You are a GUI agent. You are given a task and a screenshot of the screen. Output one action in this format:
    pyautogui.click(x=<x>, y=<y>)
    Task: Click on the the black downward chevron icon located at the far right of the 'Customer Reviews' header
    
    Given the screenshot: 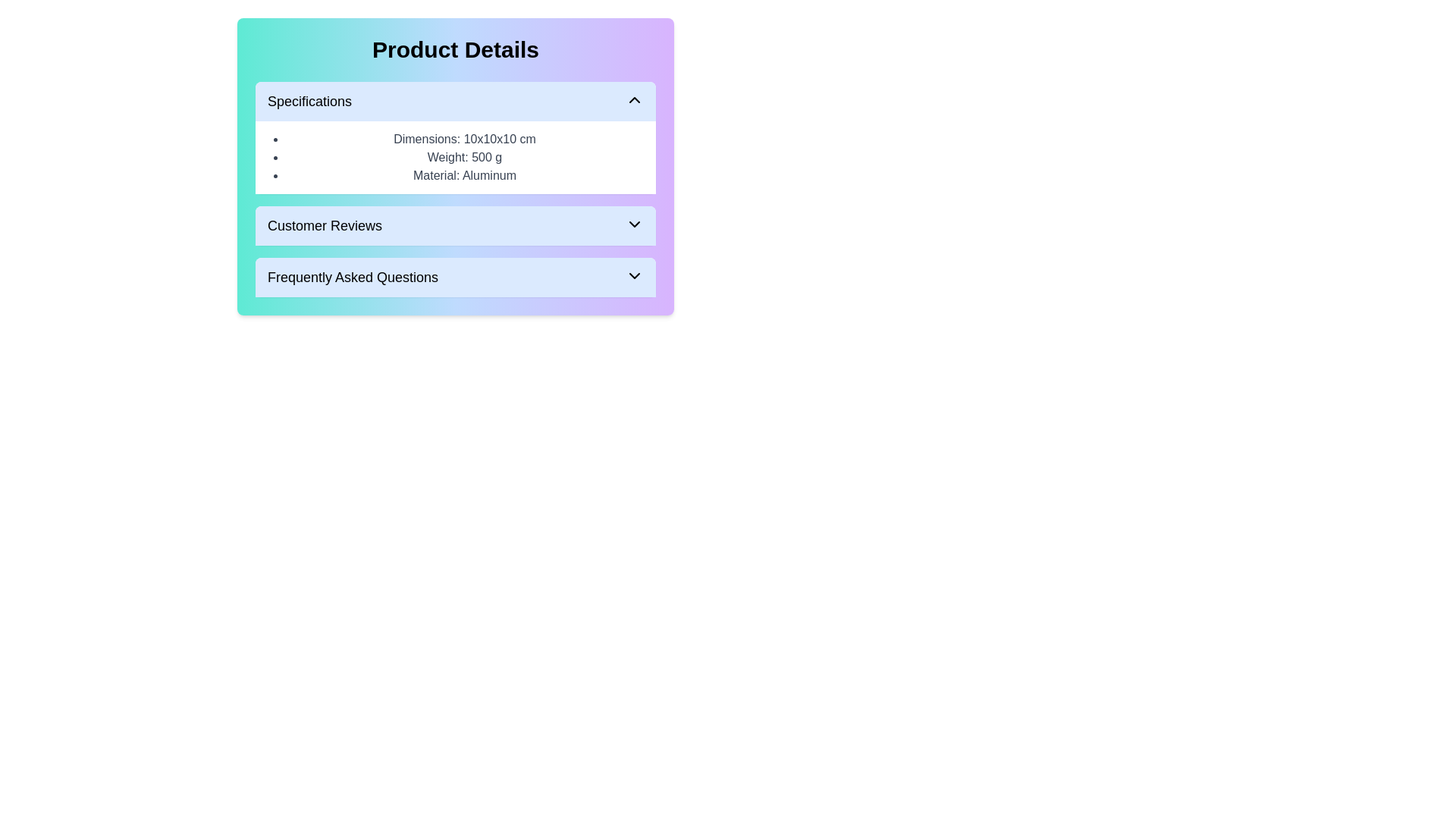 What is the action you would take?
    pyautogui.click(x=634, y=224)
    